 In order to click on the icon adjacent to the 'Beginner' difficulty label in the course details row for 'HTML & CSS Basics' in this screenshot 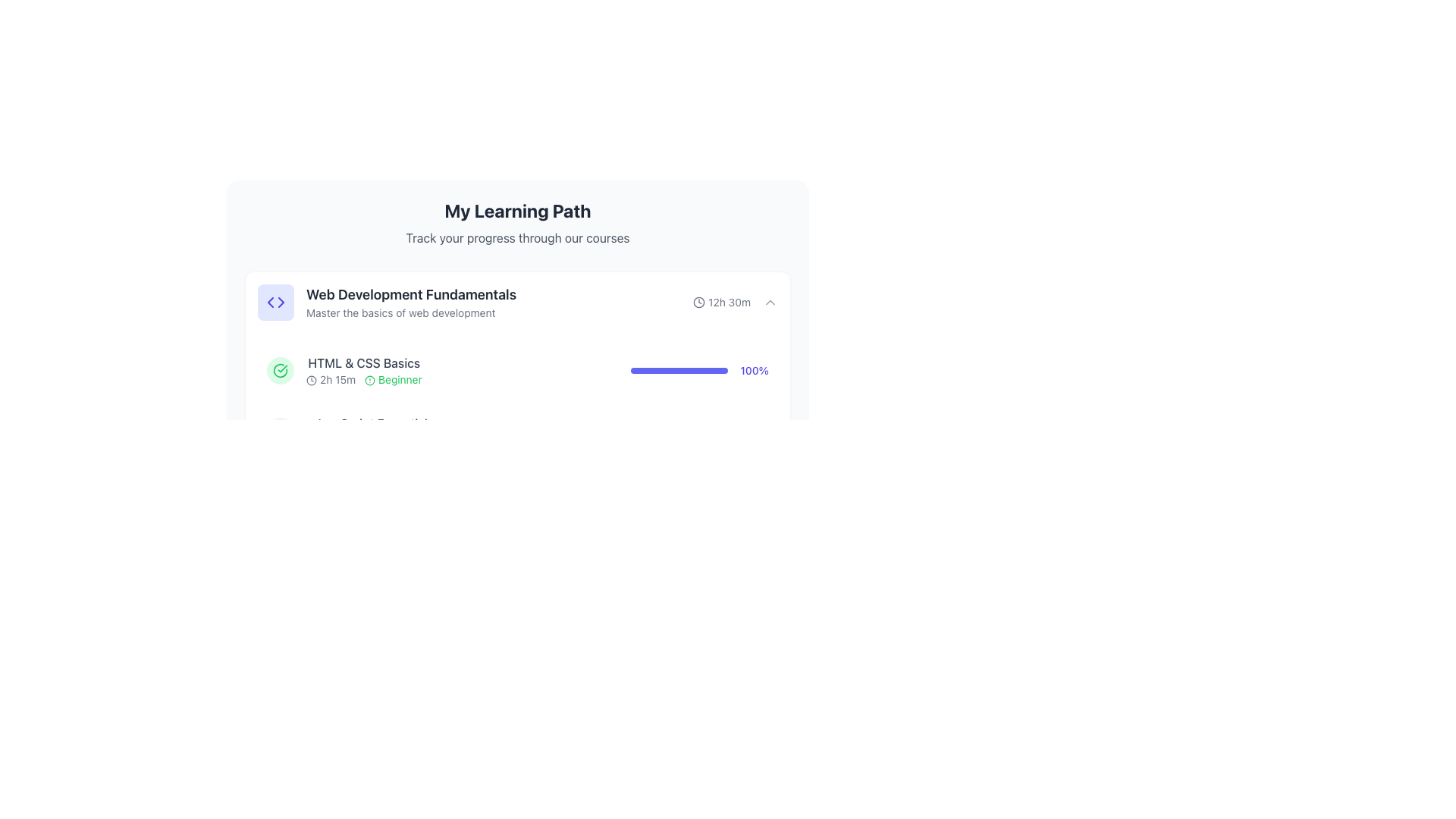, I will do `click(393, 379)`.